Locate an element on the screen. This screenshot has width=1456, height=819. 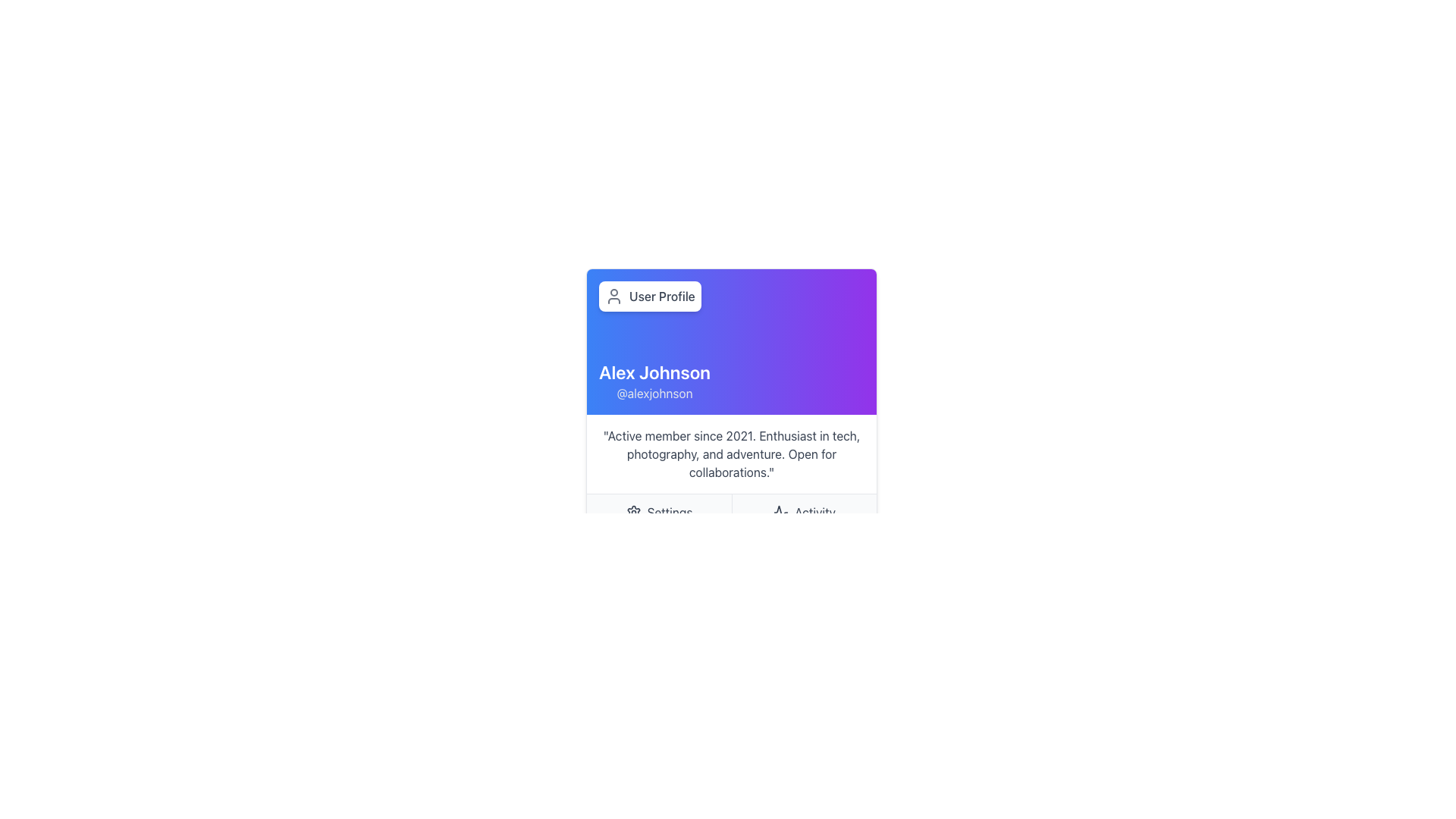
the text block that reads 'Active member since 2021. Enthusiast in tech, photography, and adventure. Open for collaborations.' which is styled in gray and located below the name and username section of the user profile area is located at coordinates (731, 453).